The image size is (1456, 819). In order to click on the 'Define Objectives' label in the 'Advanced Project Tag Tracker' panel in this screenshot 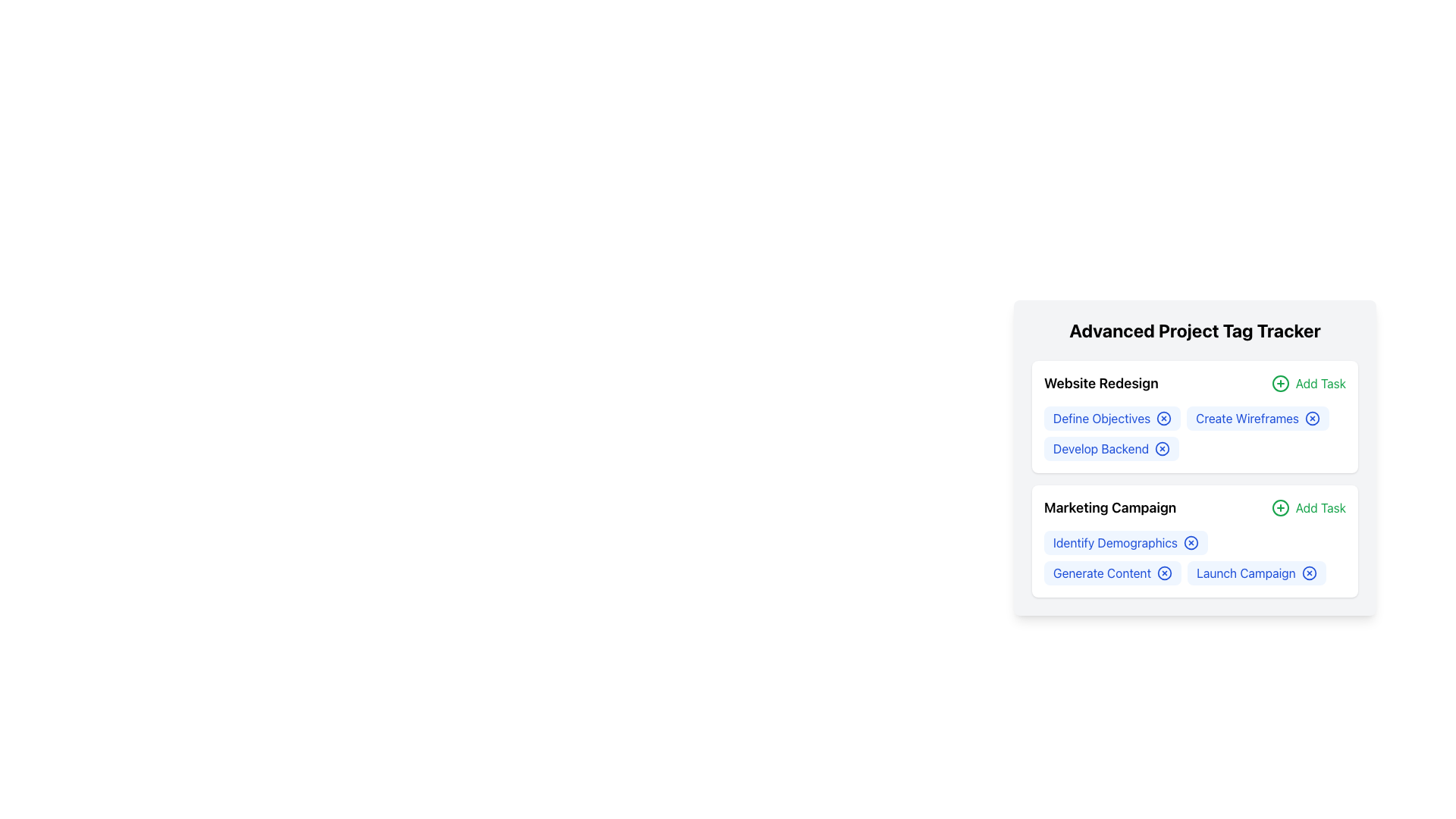, I will do `click(1102, 418)`.